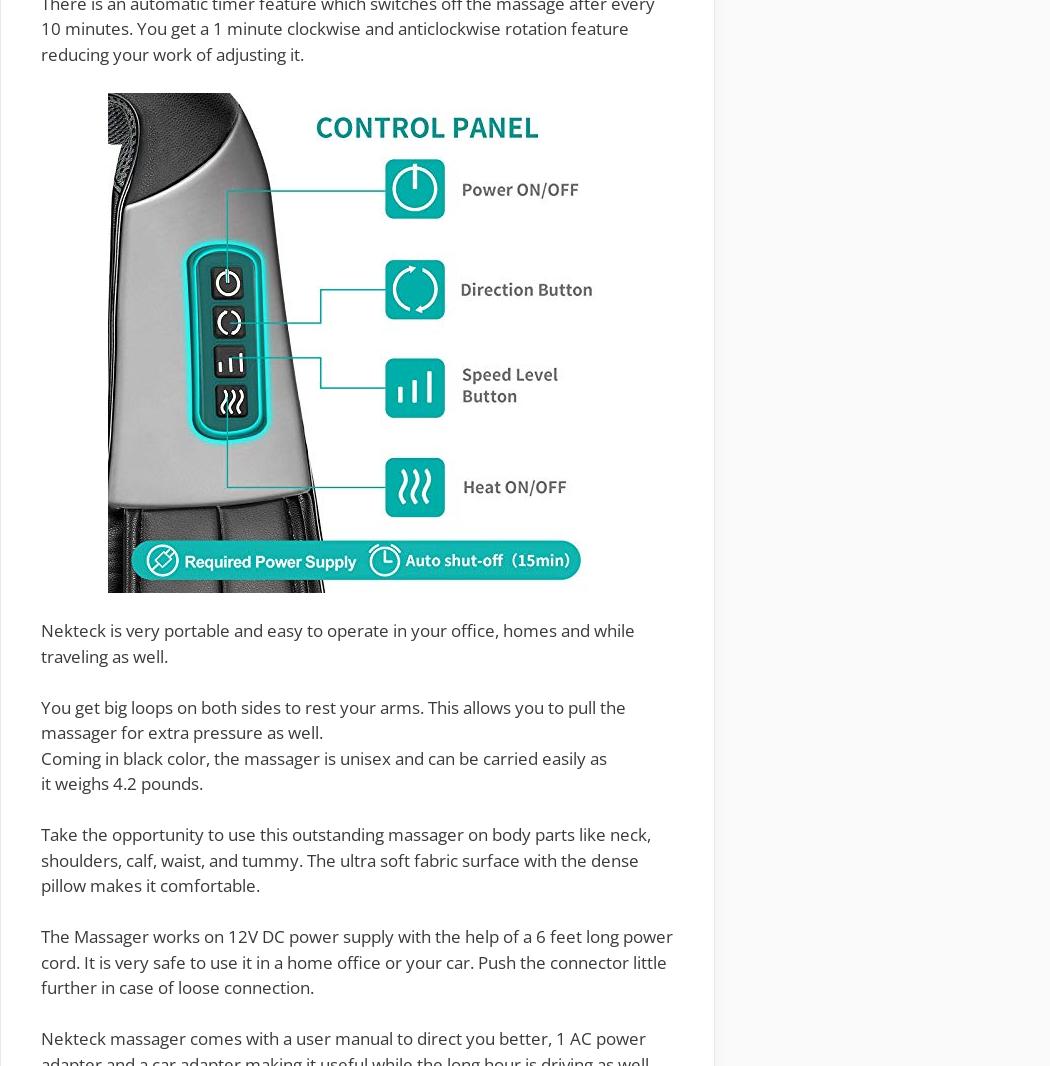 This screenshot has height=1066, width=1050. Describe the element at coordinates (337, 642) in the screenshot. I see `'Nekteck is very portable and easy to operate in your office, homes and while traveling as well.'` at that location.